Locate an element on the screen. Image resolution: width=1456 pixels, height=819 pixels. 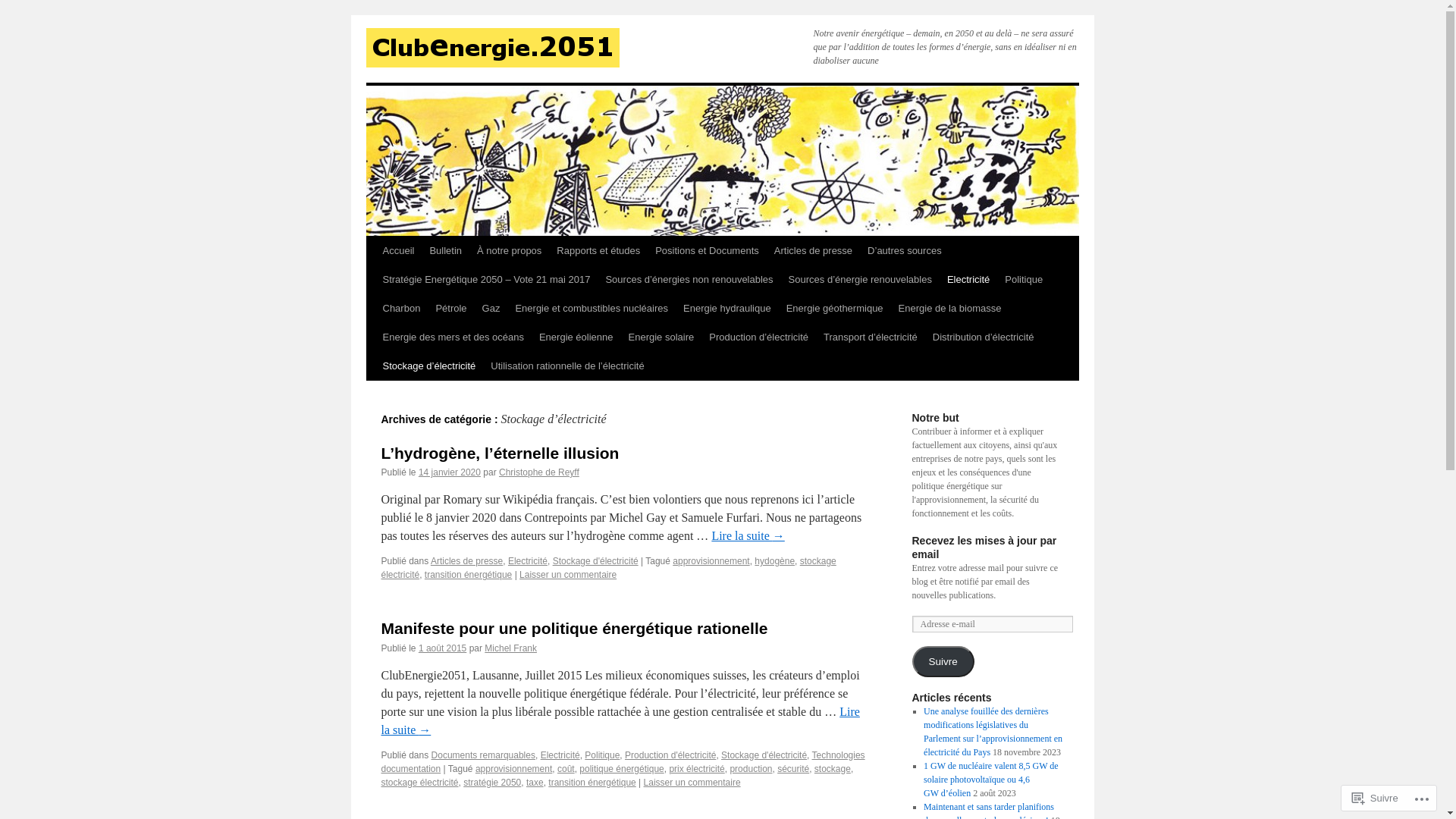
'Energie hydraulique' is located at coordinates (726, 308).